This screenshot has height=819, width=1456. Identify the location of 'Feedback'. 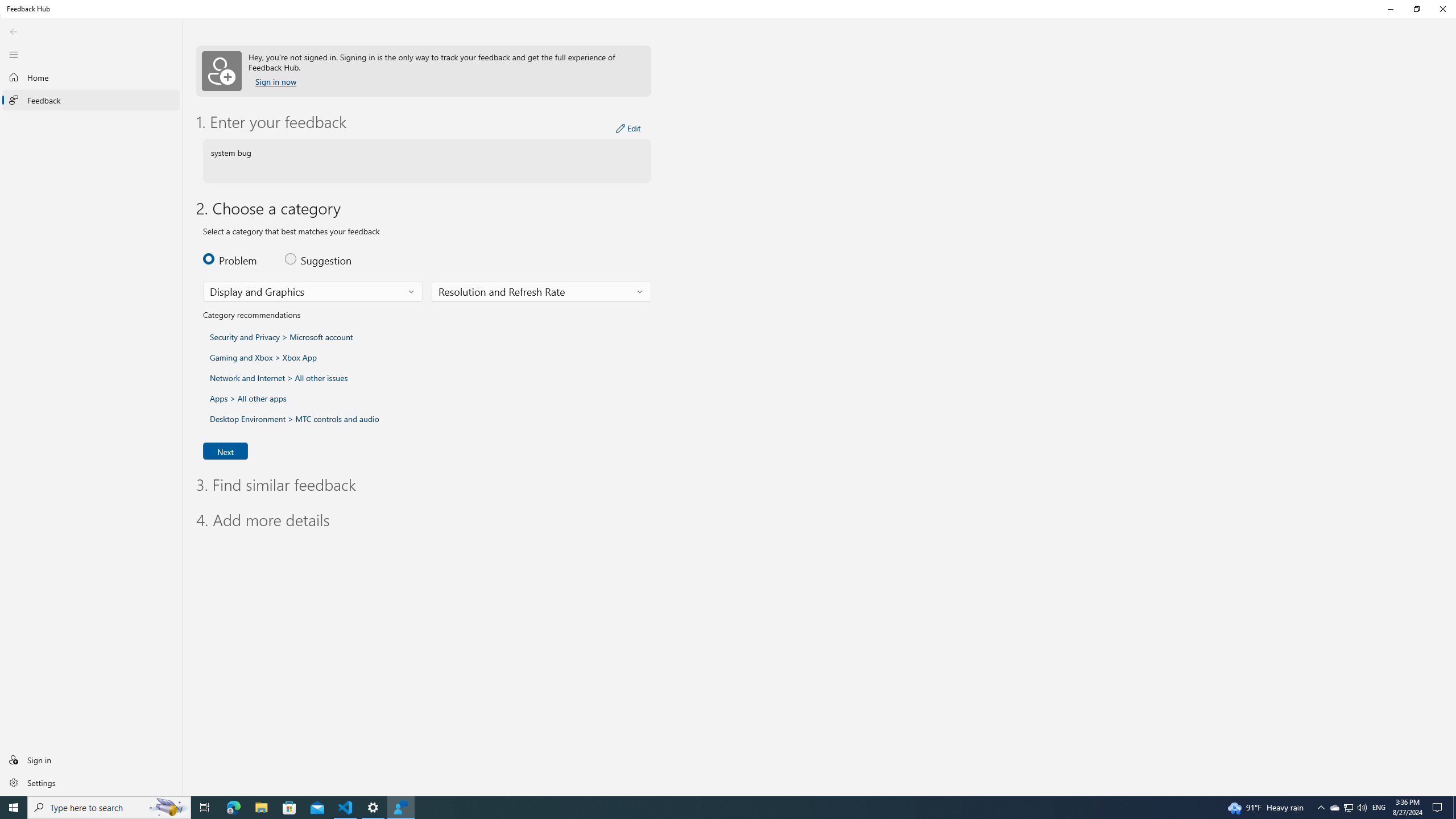
(90, 100).